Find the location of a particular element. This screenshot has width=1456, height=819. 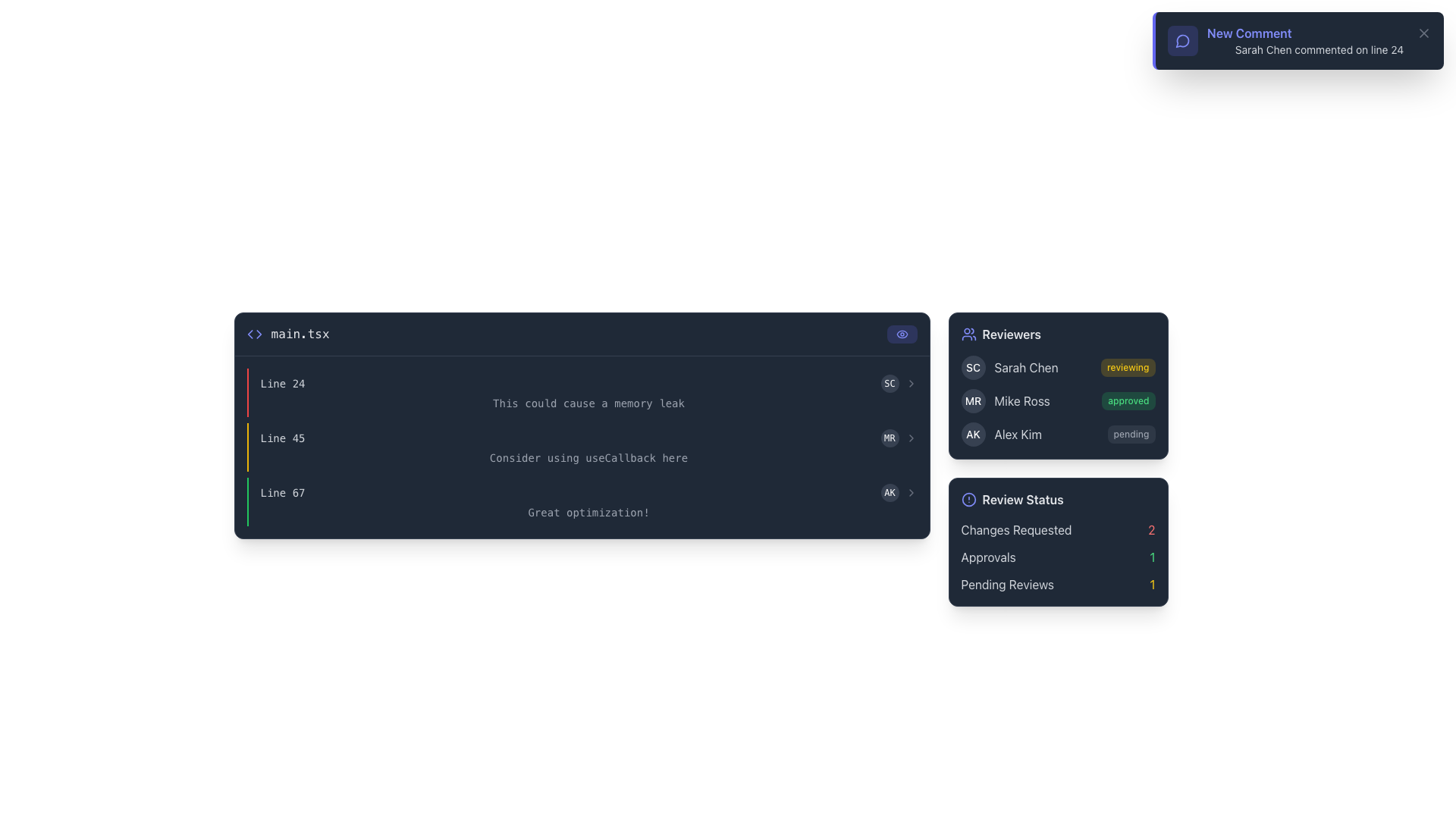

the composite UI component consisting of a circular label with 'SC' in white text and a rightward chevron icon, located at the far-right side of the row for 'Line 24' is located at coordinates (899, 382).